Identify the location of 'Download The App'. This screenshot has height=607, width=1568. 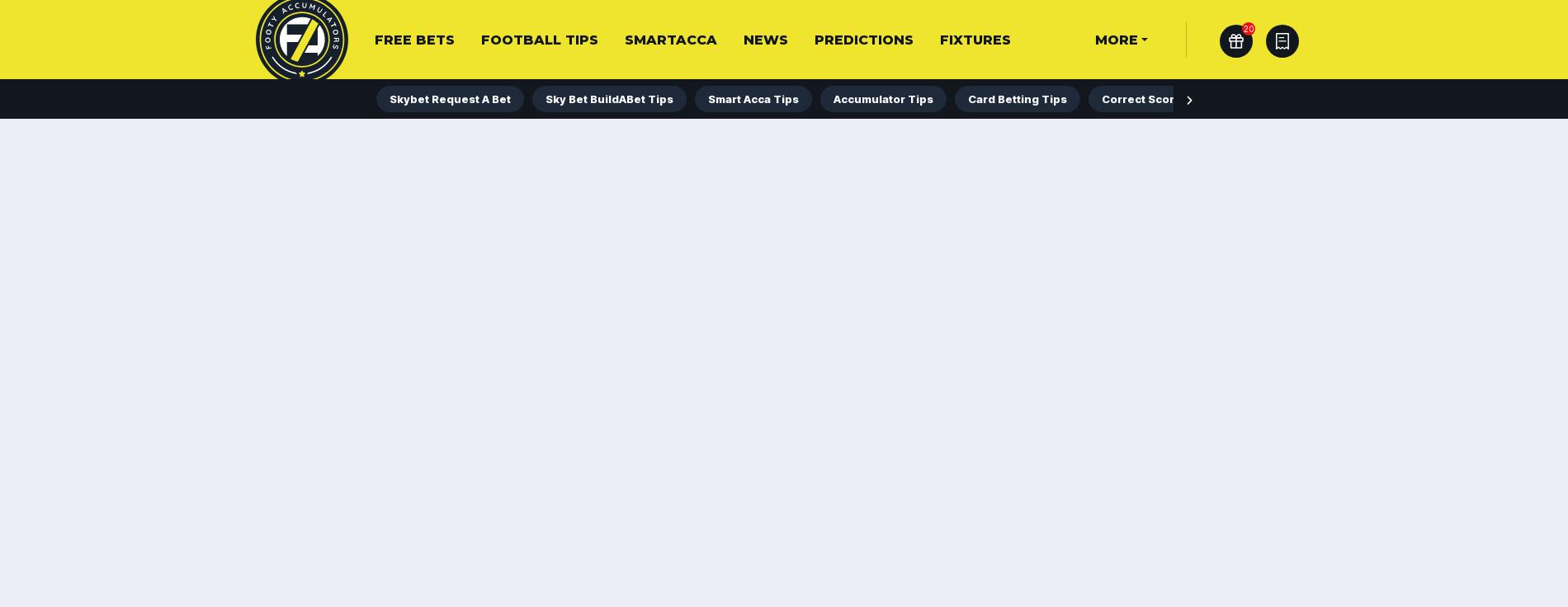
(454, 68).